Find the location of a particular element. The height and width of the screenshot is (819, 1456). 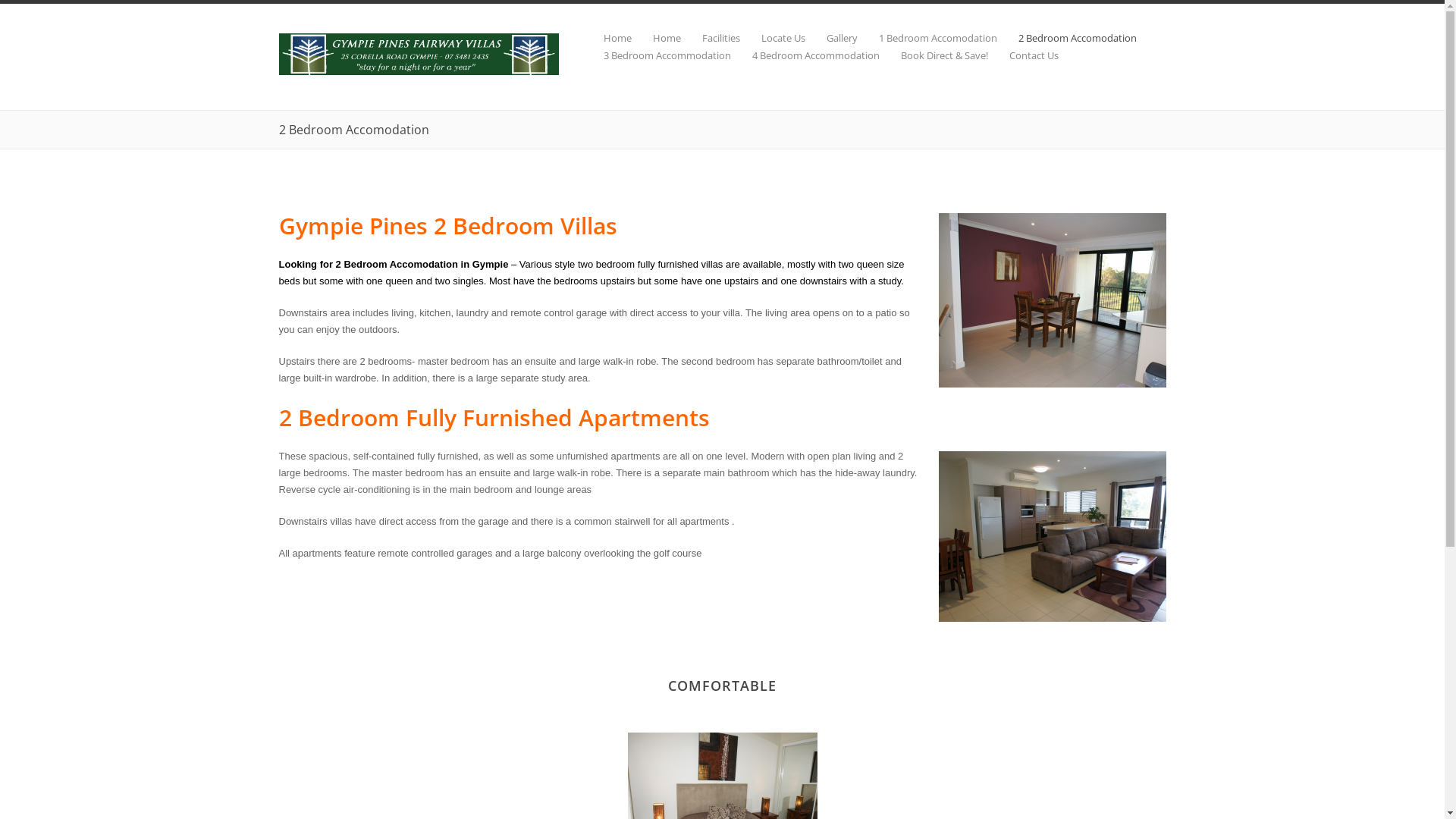

'Book Direct & Save!' is located at coordinates (933, 55).